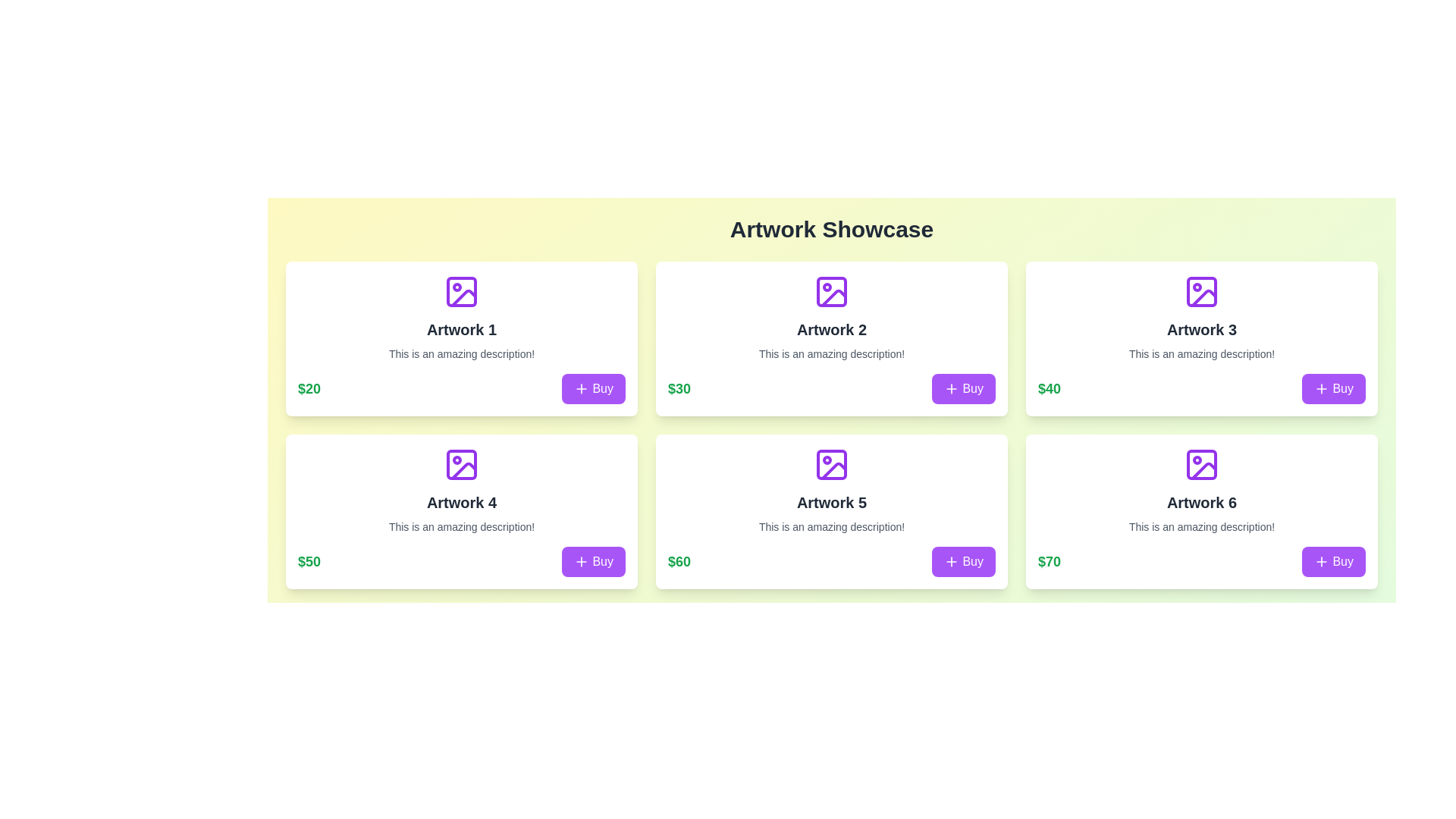  I want to click on the purple-stroked arrow icon located in the top-right card titled 'Artwork 3', so click(1203, 298).